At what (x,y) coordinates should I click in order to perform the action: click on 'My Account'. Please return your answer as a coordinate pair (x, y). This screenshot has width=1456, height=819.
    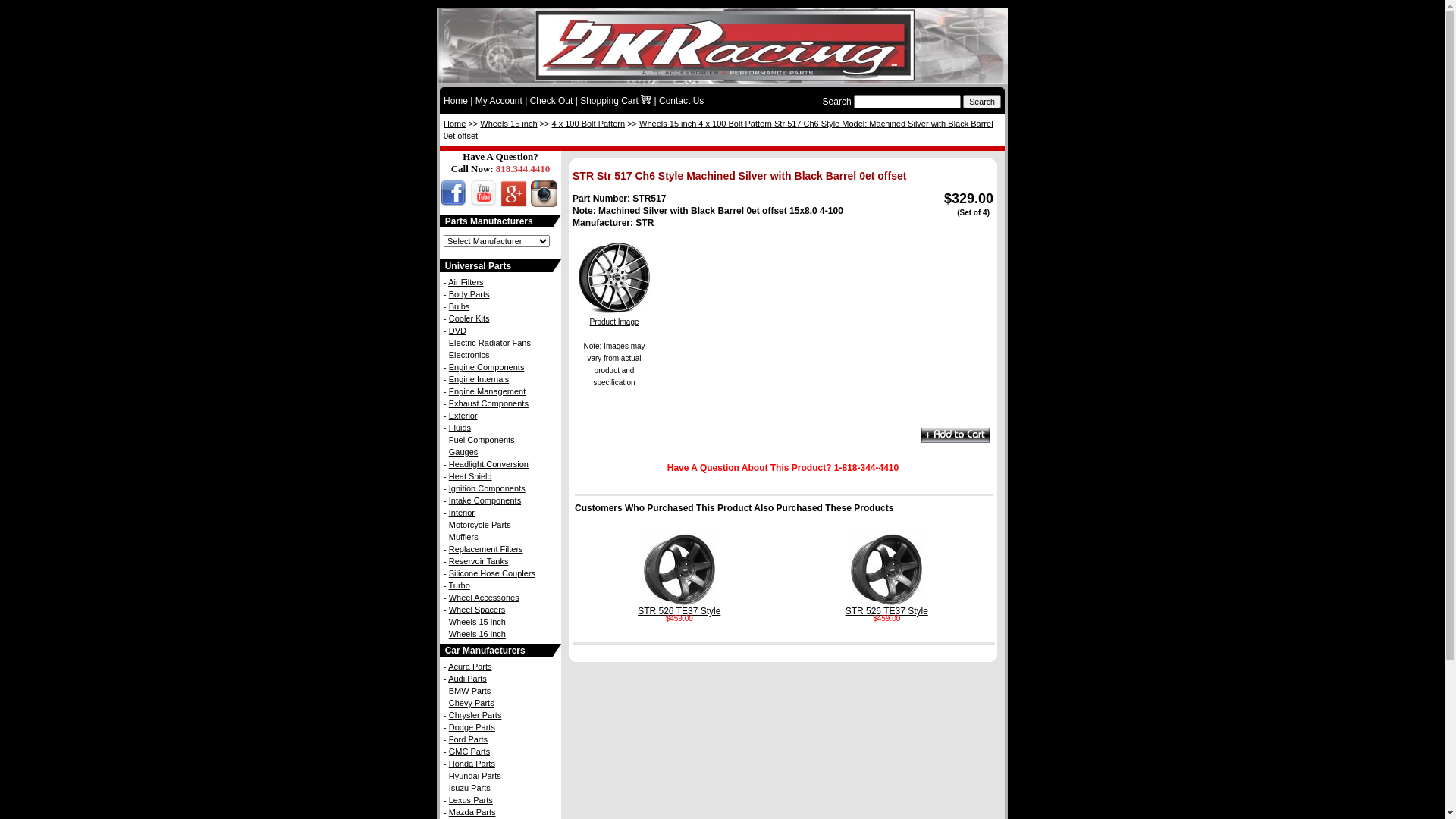
    Looking at the image, I should click on (498, 100).